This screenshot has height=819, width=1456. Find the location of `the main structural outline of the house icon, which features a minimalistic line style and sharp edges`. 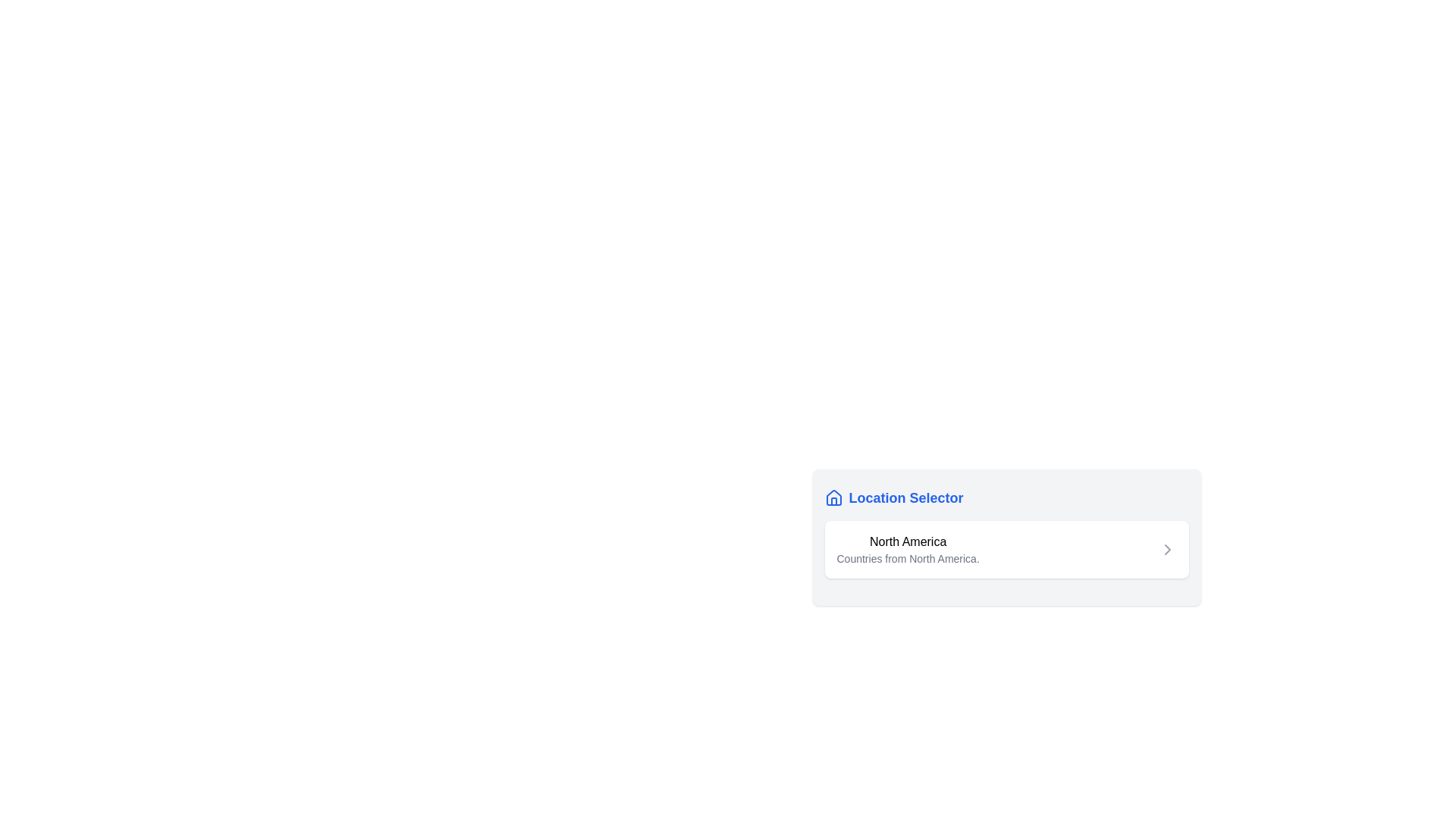

the main structural outline of the house icon, which features a minimalistic line style and sharp edges is located at coordinates (833, 497).